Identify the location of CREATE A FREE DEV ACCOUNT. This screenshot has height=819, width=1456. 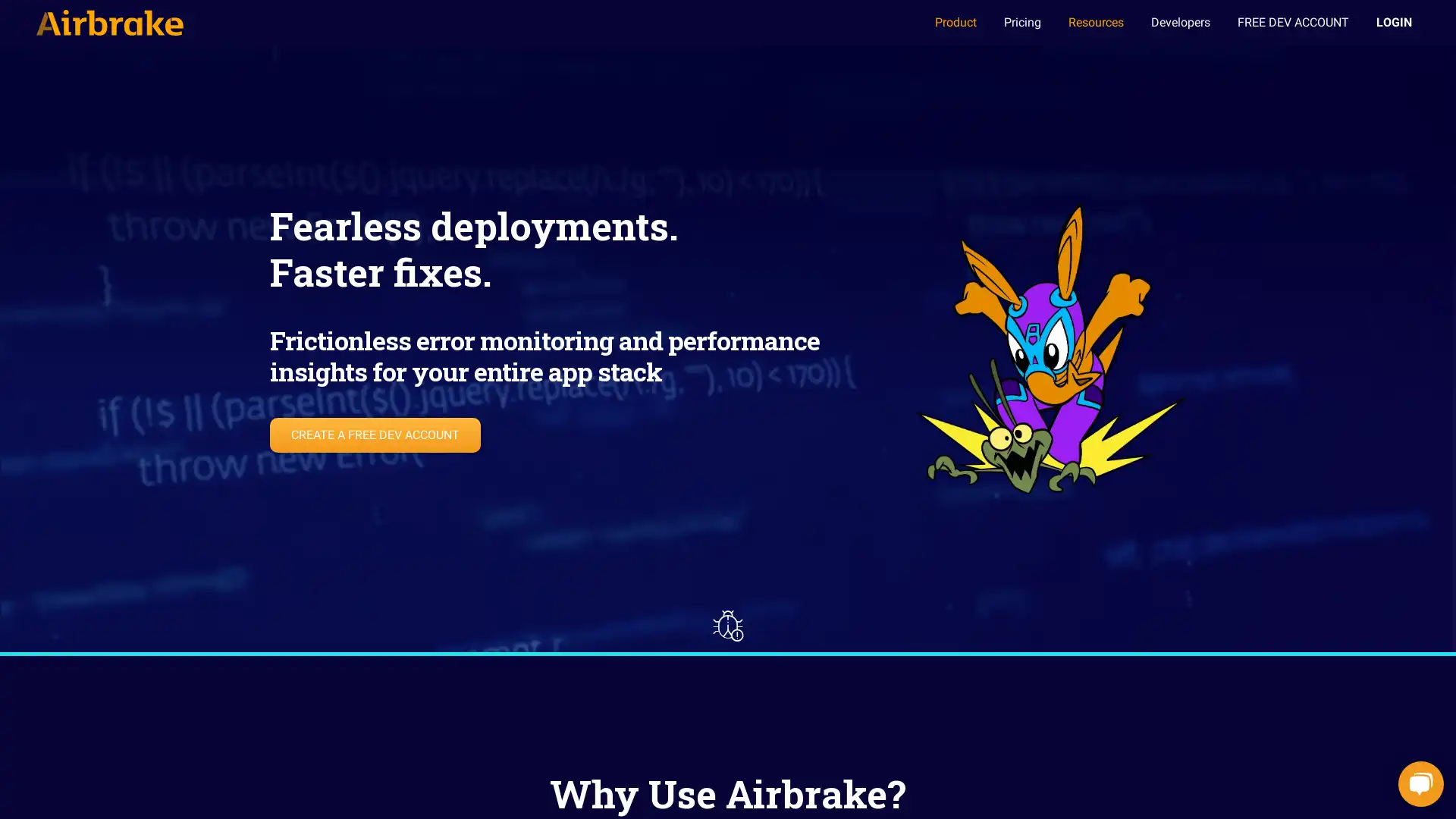
(375, 435).